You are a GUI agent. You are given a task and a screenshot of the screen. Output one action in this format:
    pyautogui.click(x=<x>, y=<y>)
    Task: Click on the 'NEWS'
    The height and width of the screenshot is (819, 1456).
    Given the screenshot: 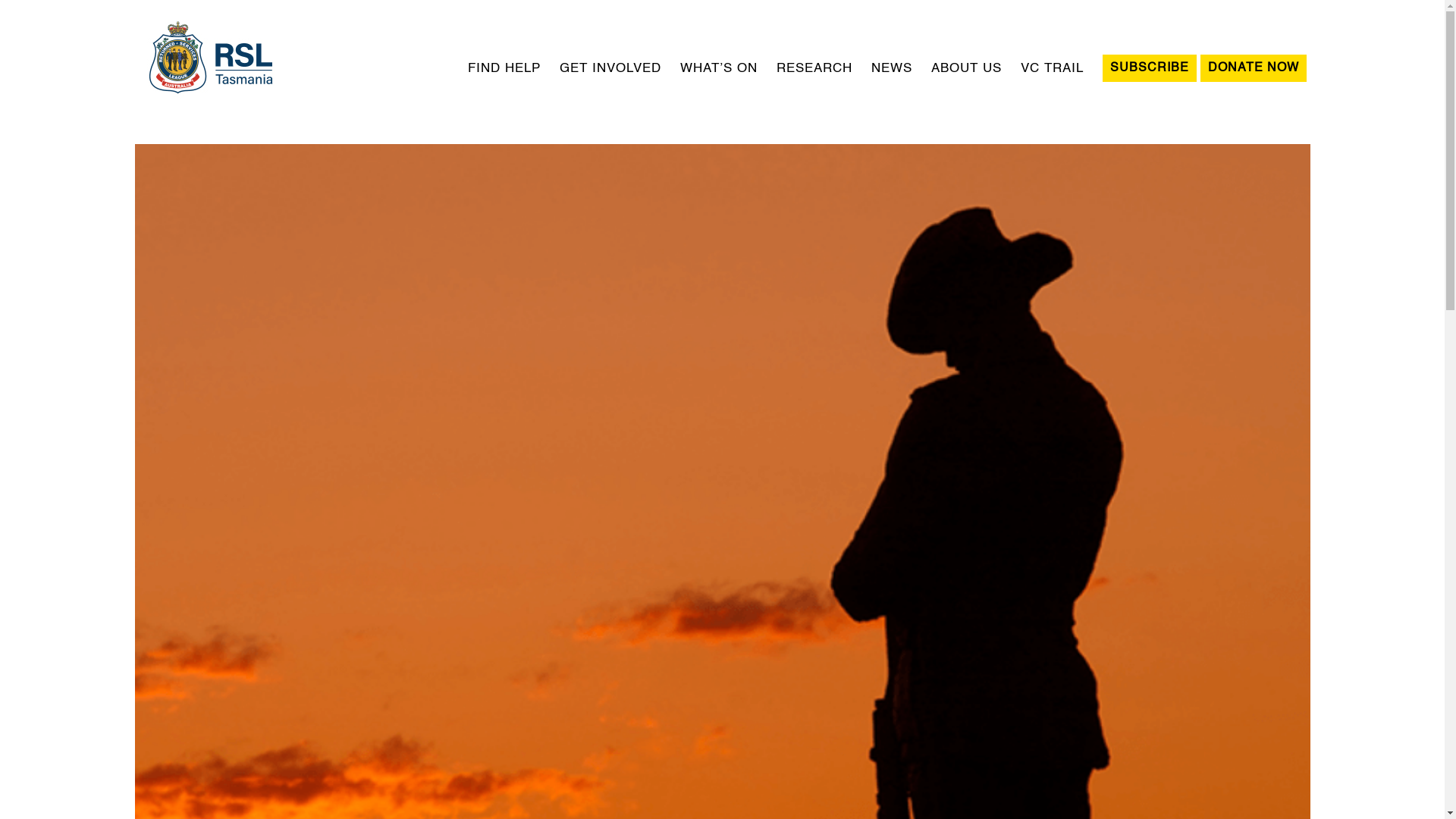 What is the action you would take?
    pyautogui.click(x=891, y=67)
    